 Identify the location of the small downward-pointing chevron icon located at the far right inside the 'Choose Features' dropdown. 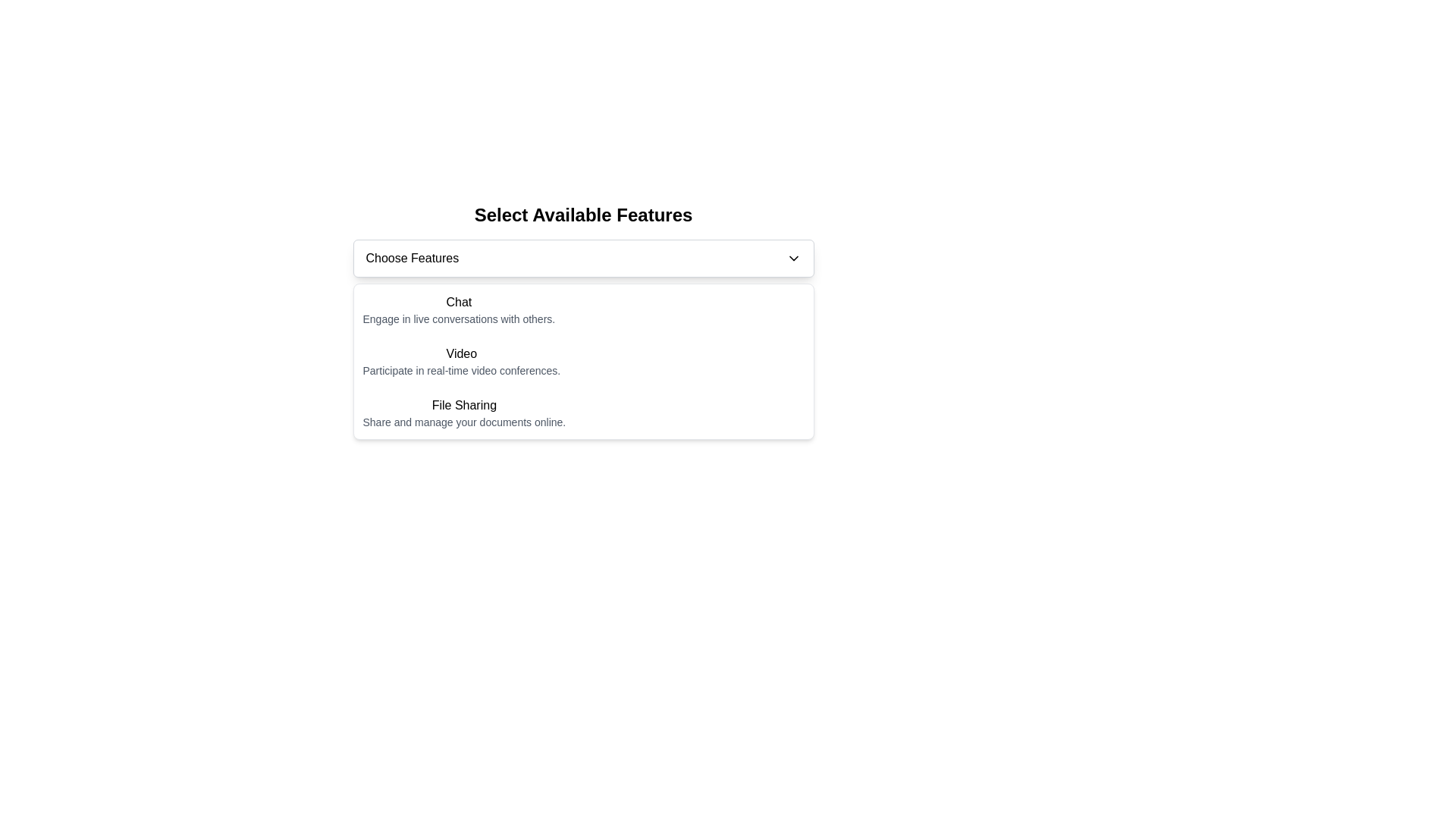
(792, 257).